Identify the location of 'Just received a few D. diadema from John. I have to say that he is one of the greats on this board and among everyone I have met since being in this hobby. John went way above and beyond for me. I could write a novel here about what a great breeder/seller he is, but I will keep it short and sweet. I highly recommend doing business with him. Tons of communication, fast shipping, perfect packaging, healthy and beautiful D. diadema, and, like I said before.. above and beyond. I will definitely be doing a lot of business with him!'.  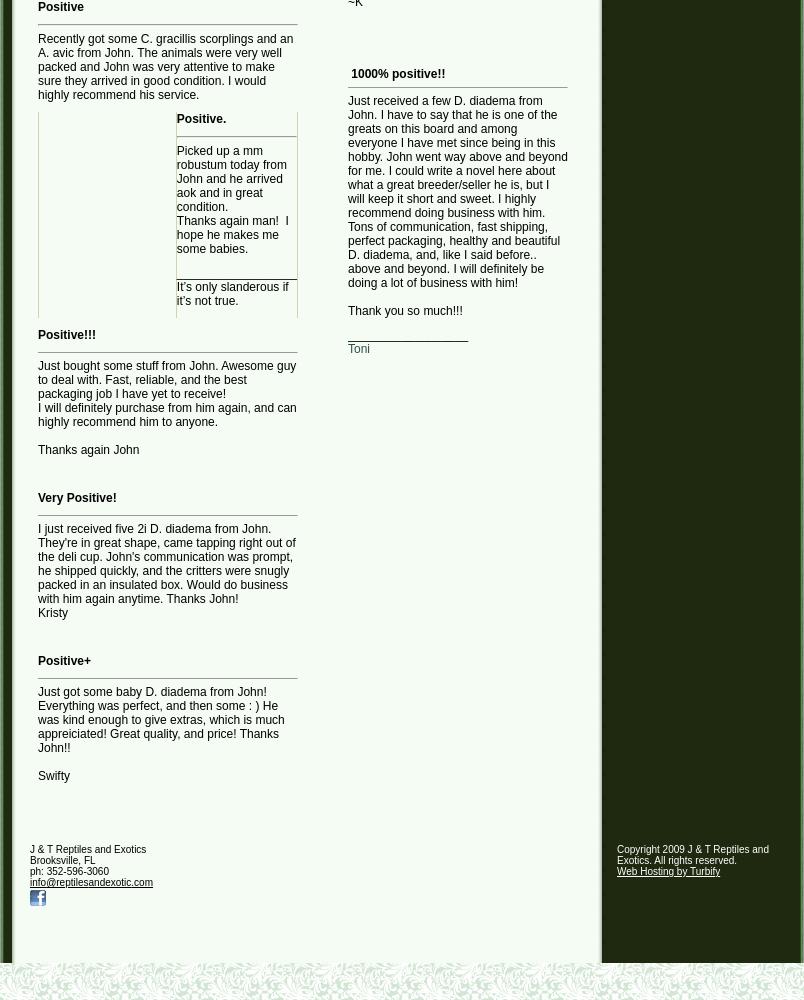
(456, 191).